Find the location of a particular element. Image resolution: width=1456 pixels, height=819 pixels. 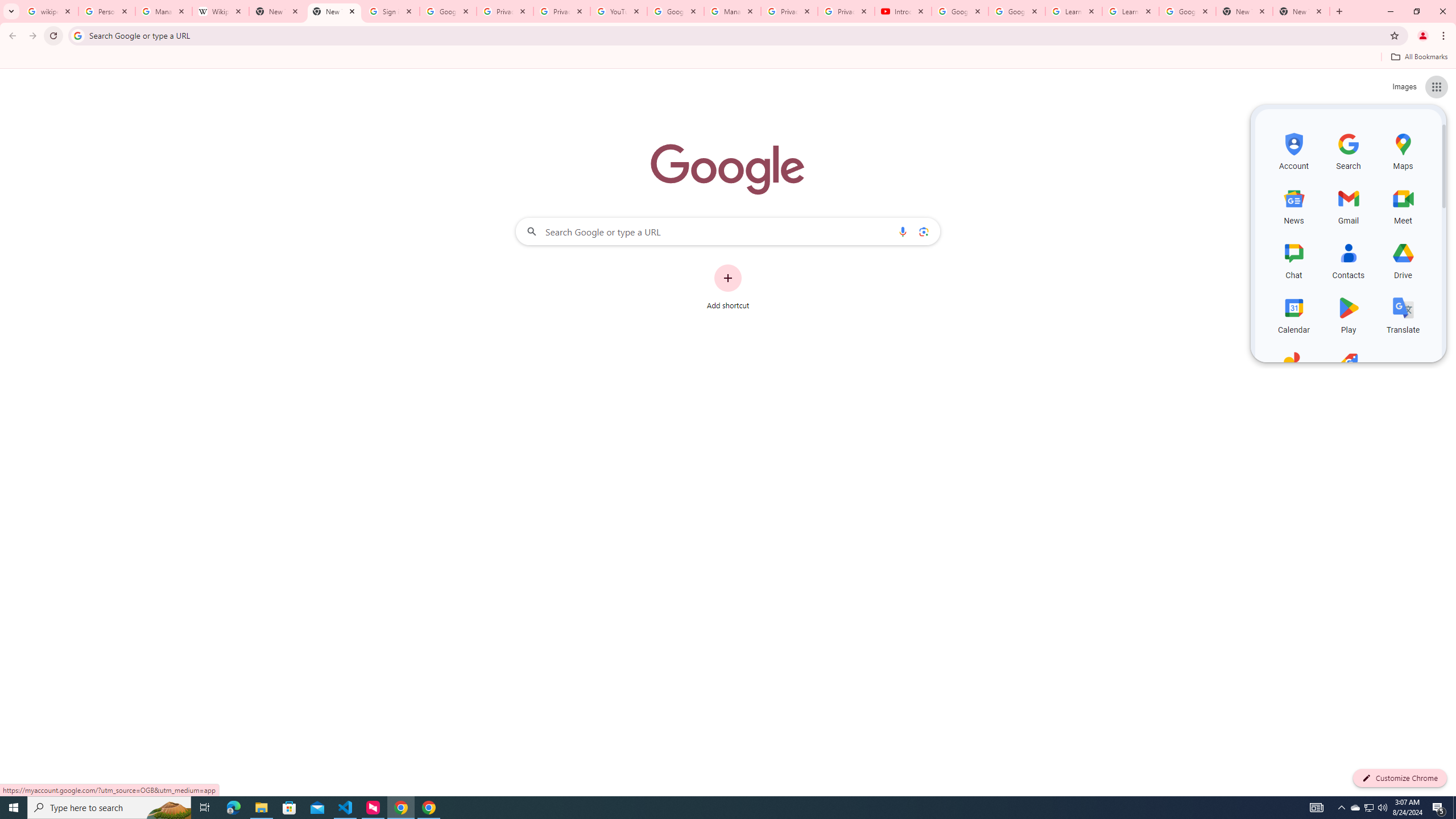

'Account, row 1 of 5 and column 1 of 3 in the first section' is located at coordinates (1293, 150).